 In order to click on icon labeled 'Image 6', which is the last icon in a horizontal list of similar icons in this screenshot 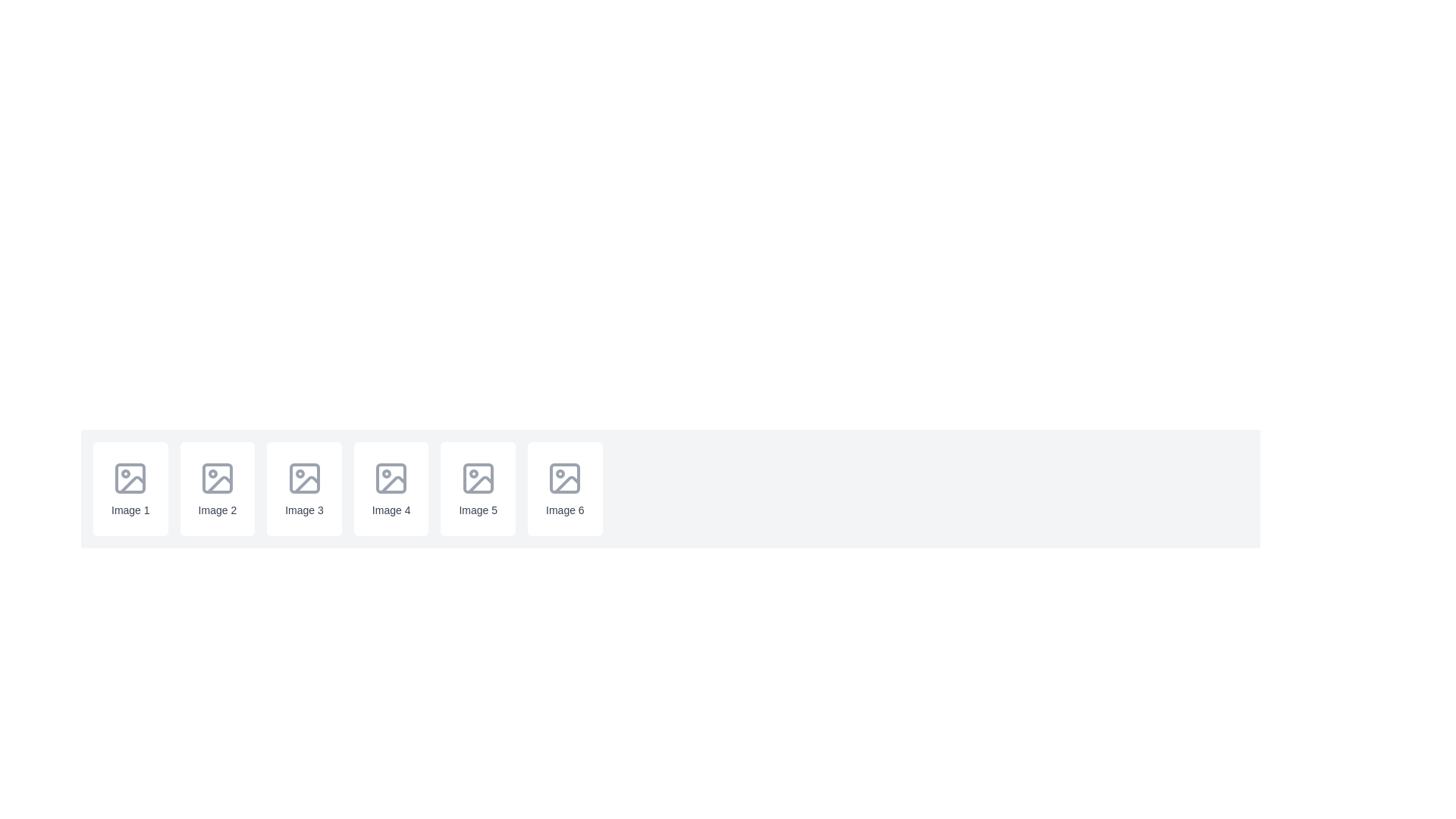, I will do `click(564, 479)`.